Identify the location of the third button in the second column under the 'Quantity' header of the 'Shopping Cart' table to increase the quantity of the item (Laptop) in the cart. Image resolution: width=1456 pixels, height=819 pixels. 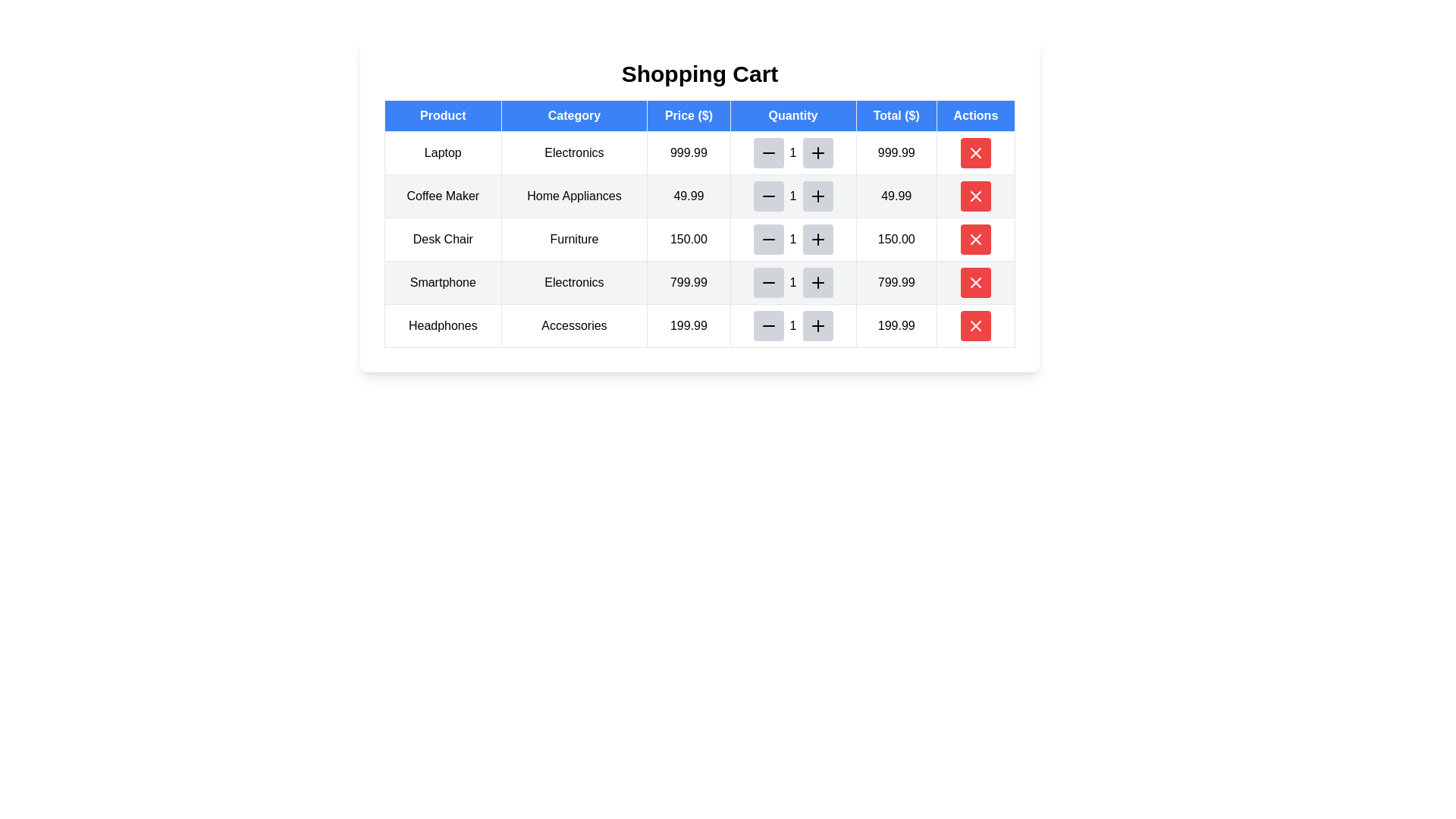
(817, 152).